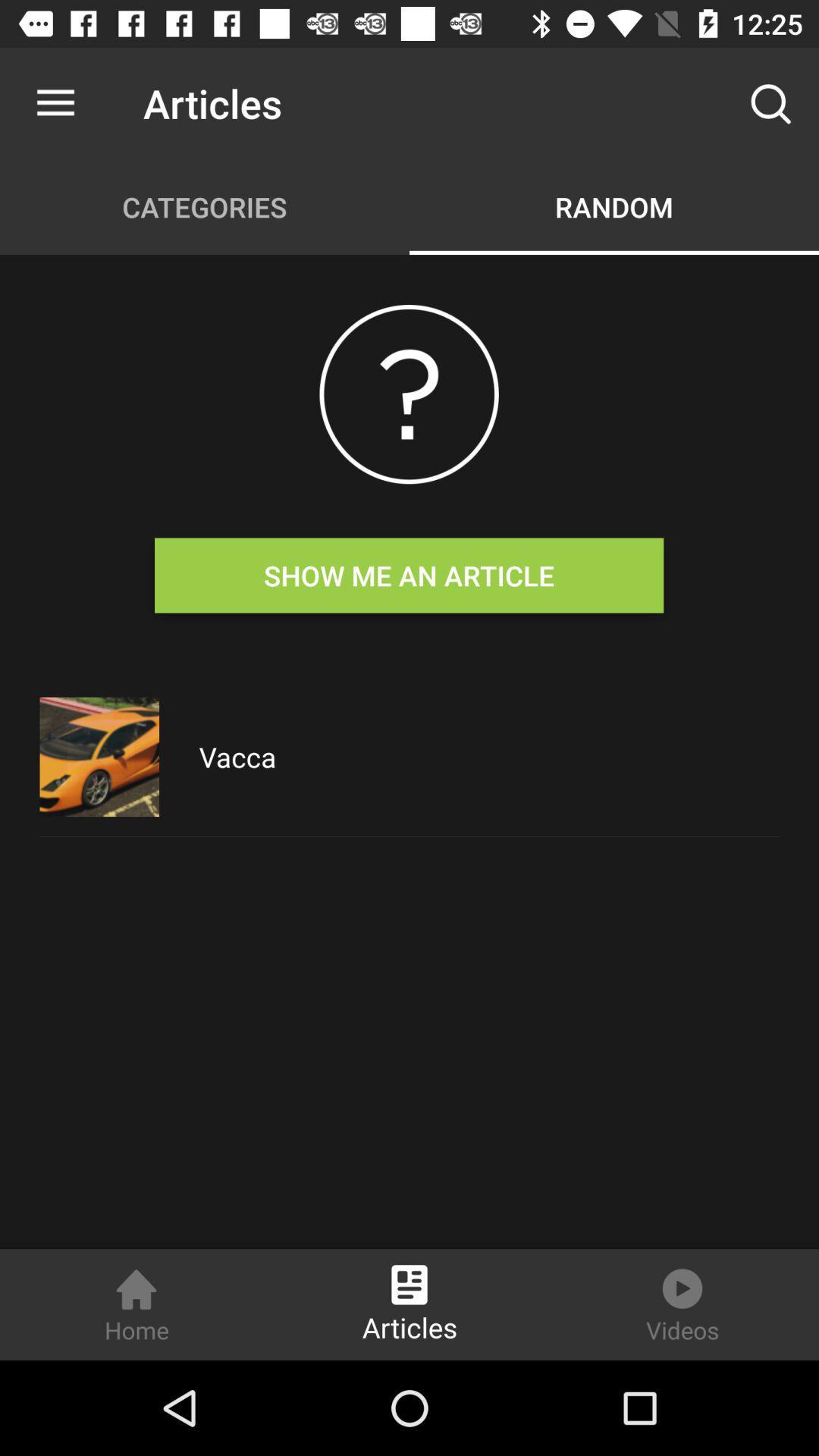  I want to click on the show me an item, so click(408, 574).